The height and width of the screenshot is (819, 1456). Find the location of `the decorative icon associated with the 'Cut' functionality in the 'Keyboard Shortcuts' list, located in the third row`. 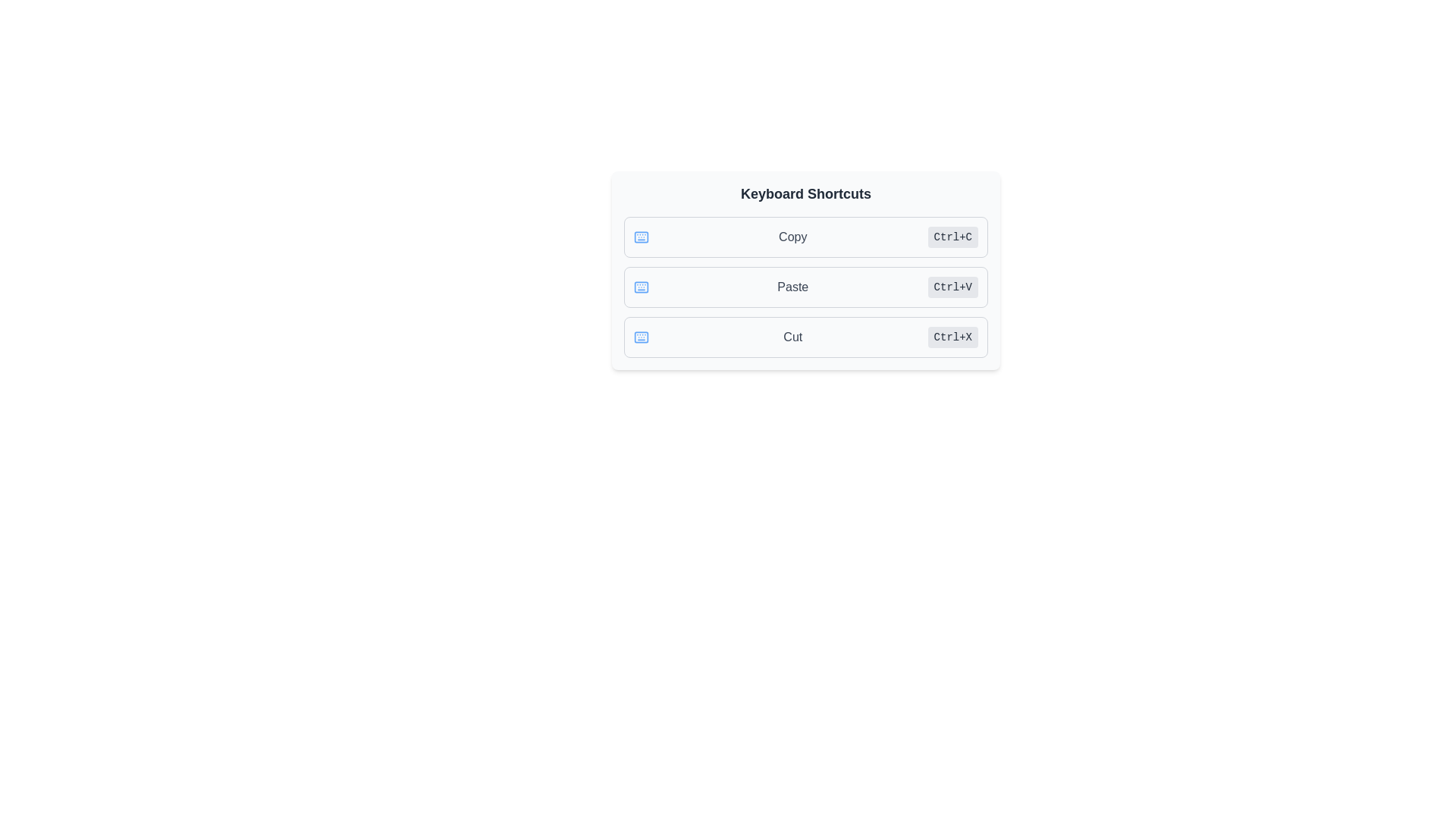

the decorative icon associated with the 'Cut' functionality in the 'Keyboard Shortcuts' list, located in the third row is located at coordinates (641, 336).